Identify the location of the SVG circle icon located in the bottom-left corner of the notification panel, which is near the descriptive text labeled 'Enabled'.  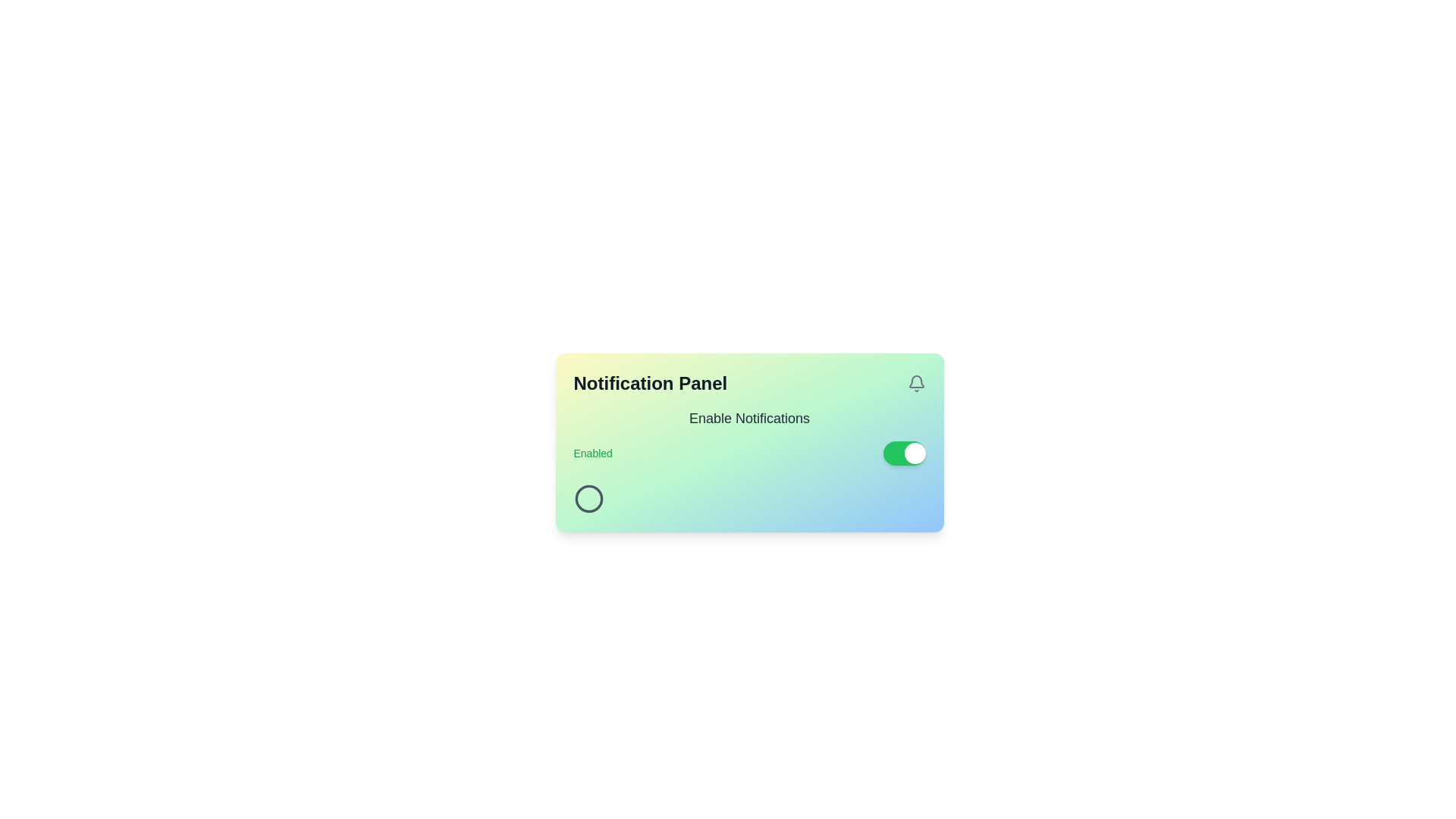
(588, 499).